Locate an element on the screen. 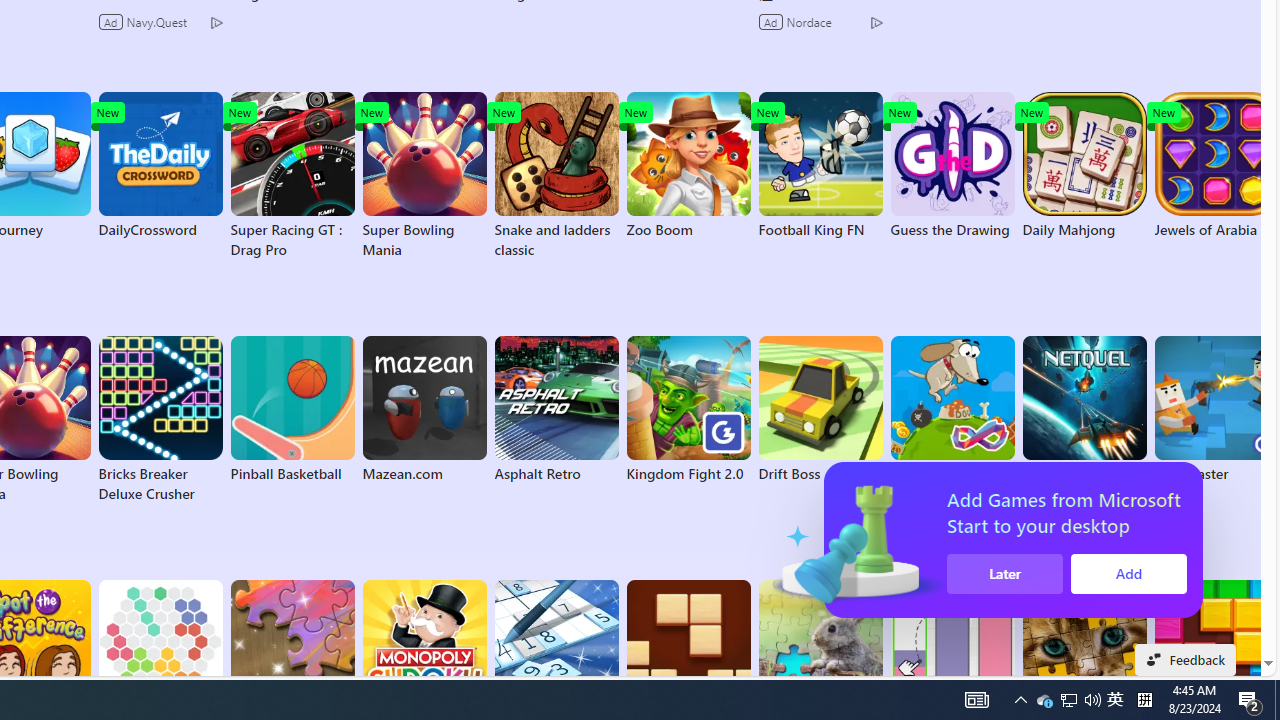 The width and height of the screenshot is (1280, 720). 'Hungry Dog FRVR' is located at coordinates (951, 409).